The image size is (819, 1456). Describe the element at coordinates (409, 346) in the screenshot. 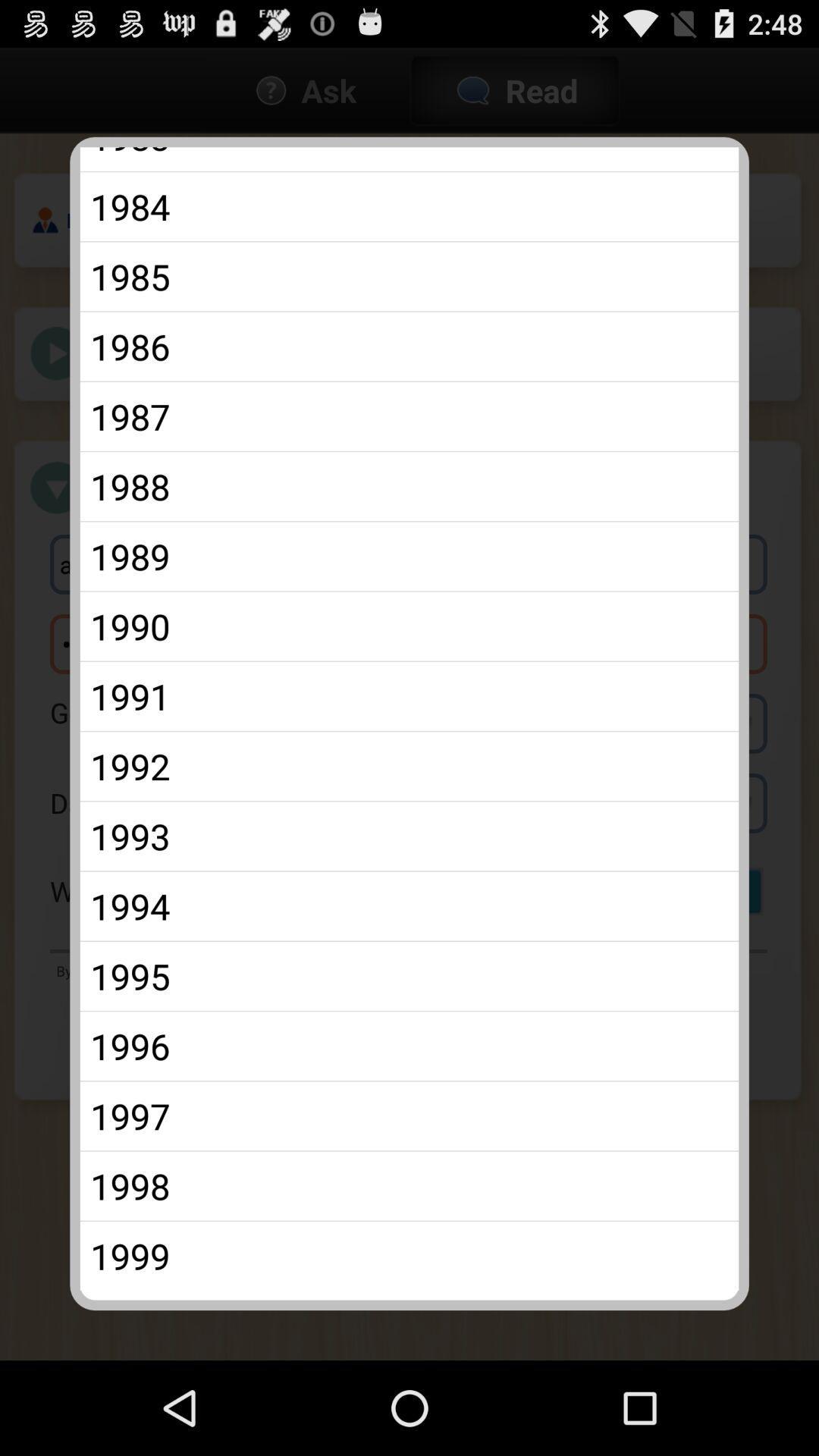

I see `the 1986 item` at that location.